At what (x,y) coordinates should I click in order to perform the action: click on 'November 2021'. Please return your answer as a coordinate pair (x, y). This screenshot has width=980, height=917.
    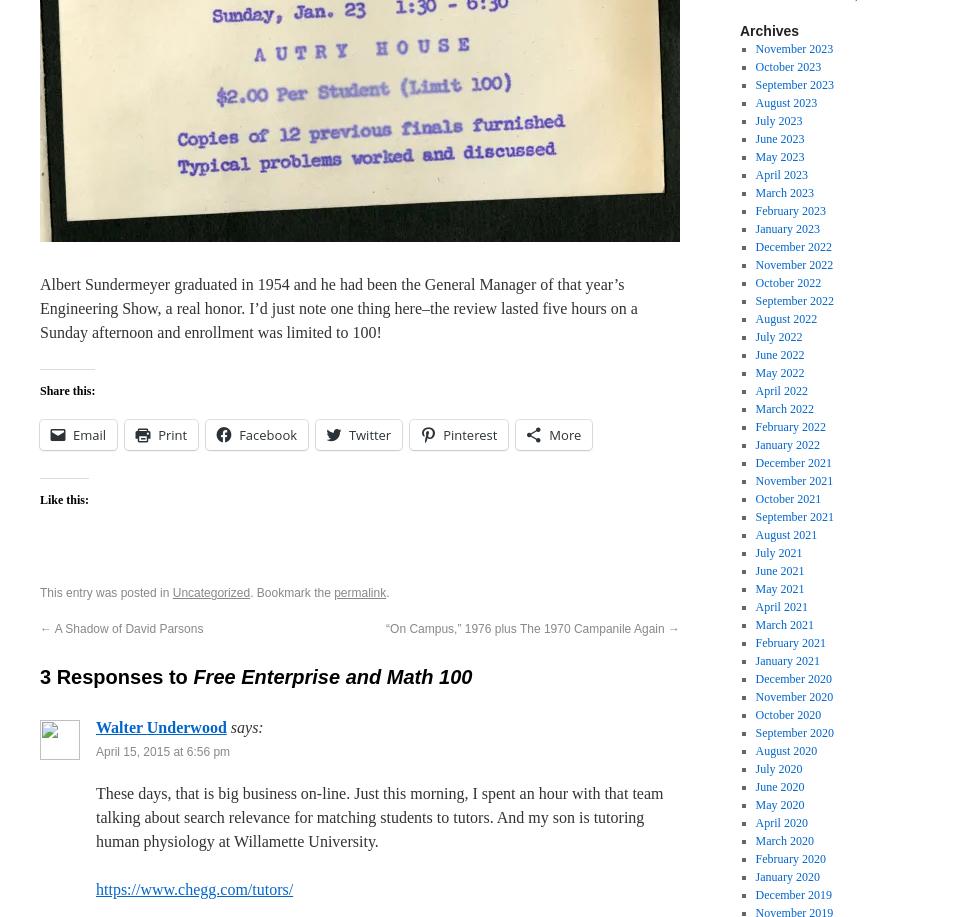
    Looking at the image, I should click on (754, 479).